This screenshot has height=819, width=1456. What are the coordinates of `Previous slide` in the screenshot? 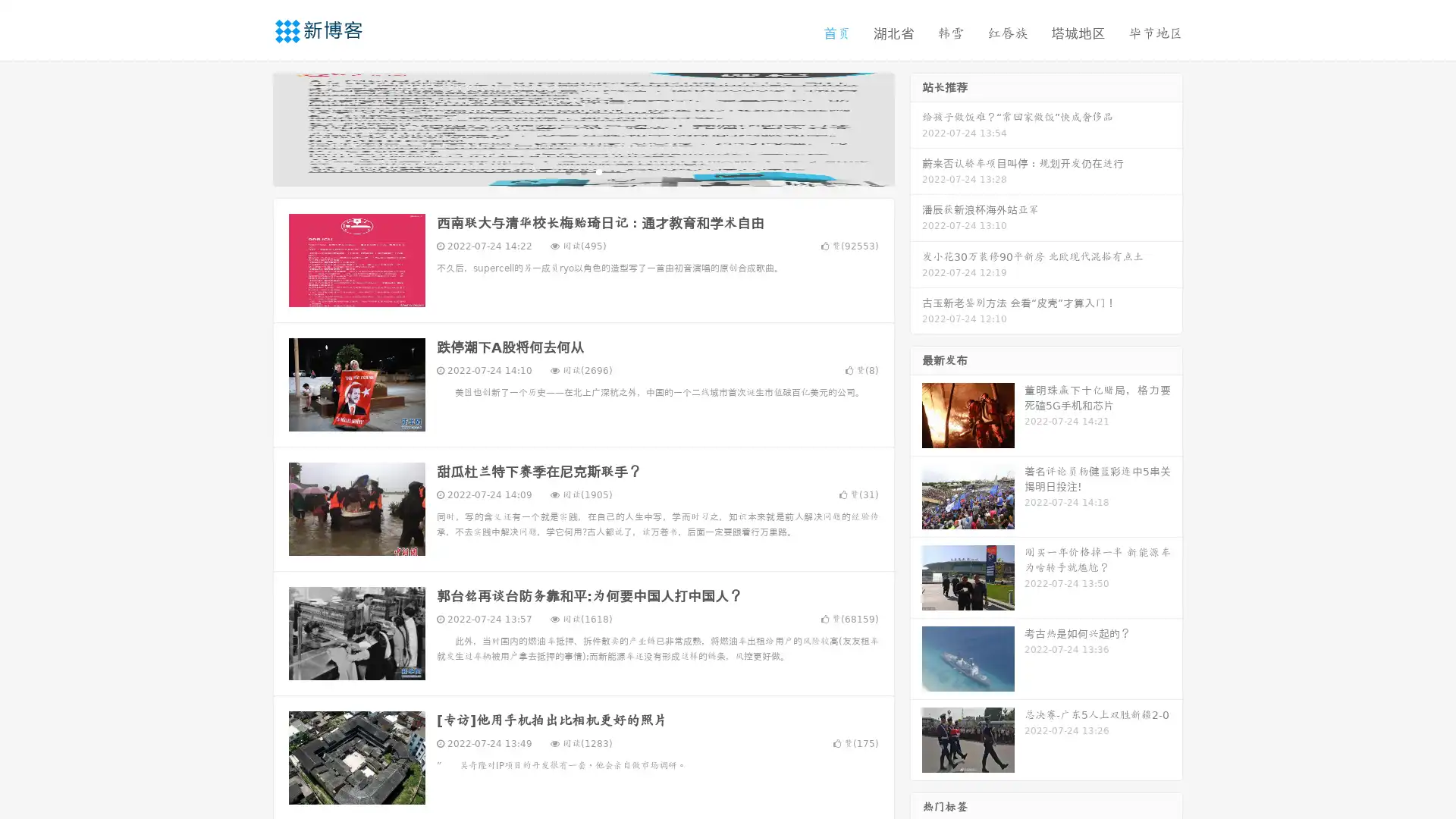 It's located at (250, 127).